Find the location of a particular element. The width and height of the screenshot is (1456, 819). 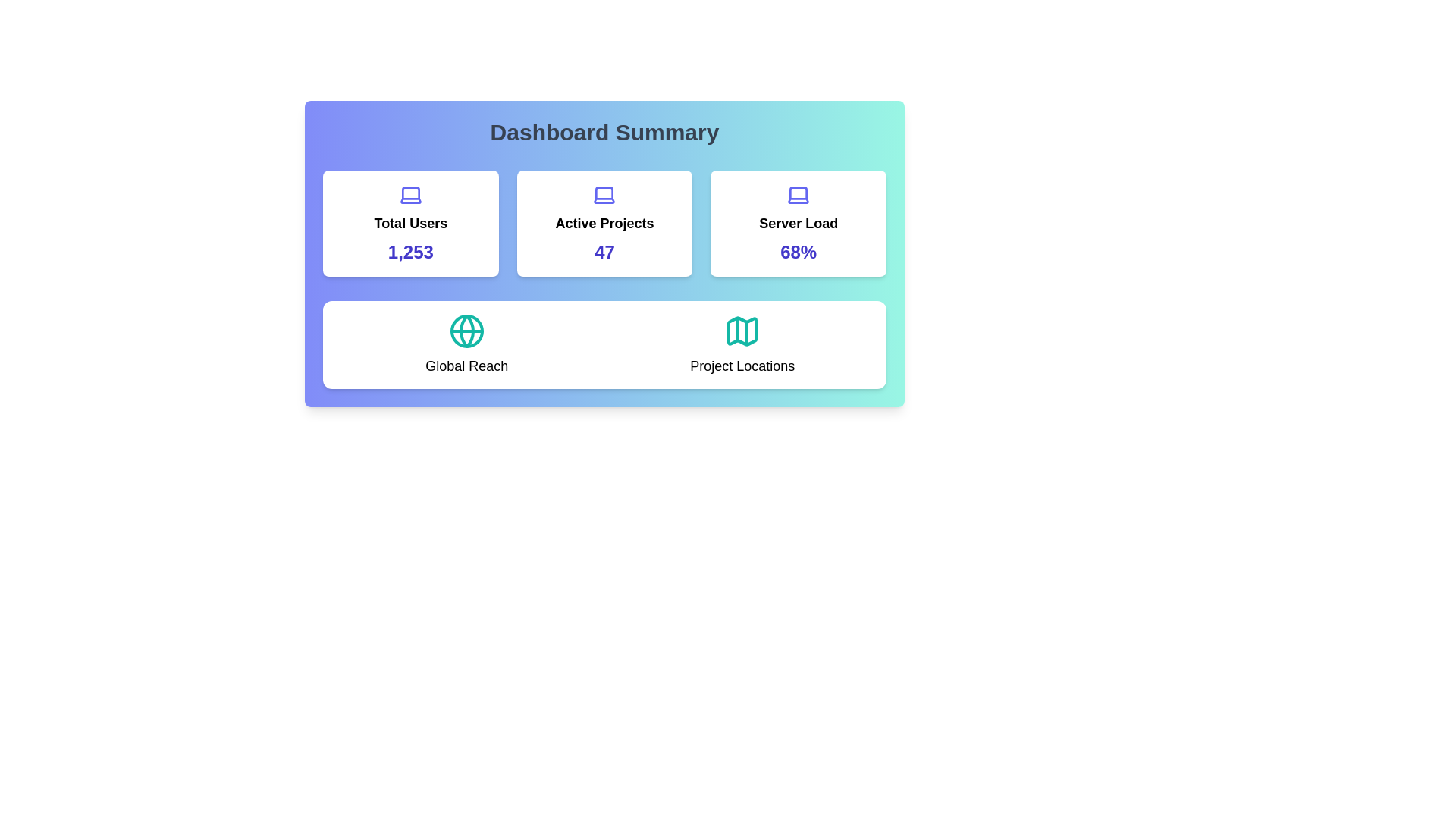

the stylized globe icon located above the text label 'Global Reach' in the lower left section of the dashboard interface is located at coordinates (466, 330).